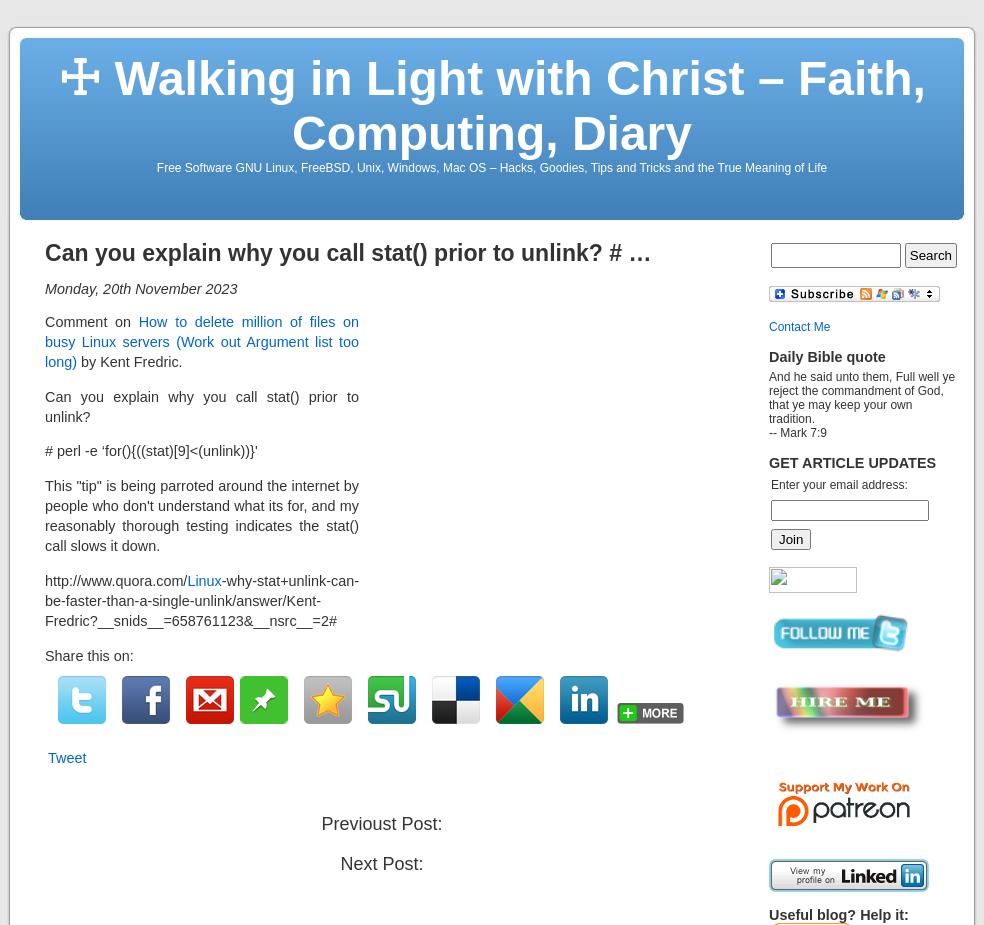 The height and width of the screenshot is (925, 984). Describe the element at coordinates (43, 340) in the screenshot. I see `'How to delete million of files on busy Linux servers (Work out Argument list too long)'` at that location.